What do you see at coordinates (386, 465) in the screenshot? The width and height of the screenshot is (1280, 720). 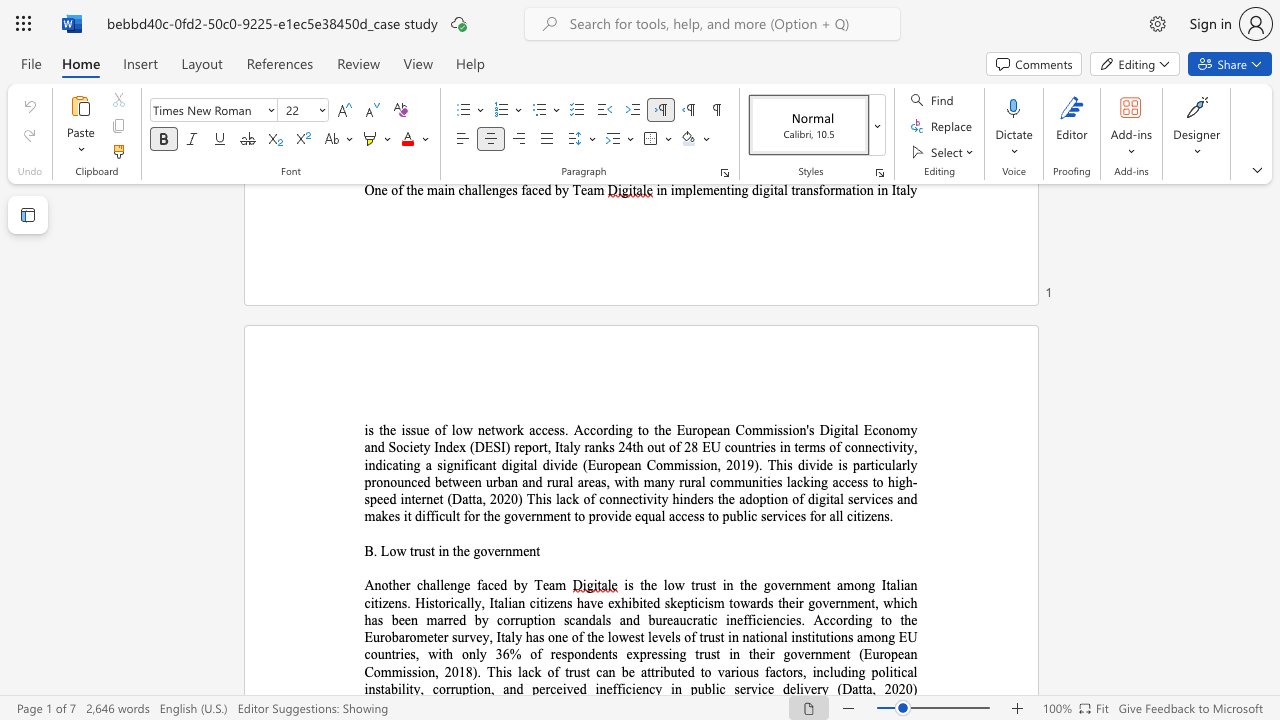 I see `the subset text "cat" within the text "indicating"` at bounding box center [386, 465].